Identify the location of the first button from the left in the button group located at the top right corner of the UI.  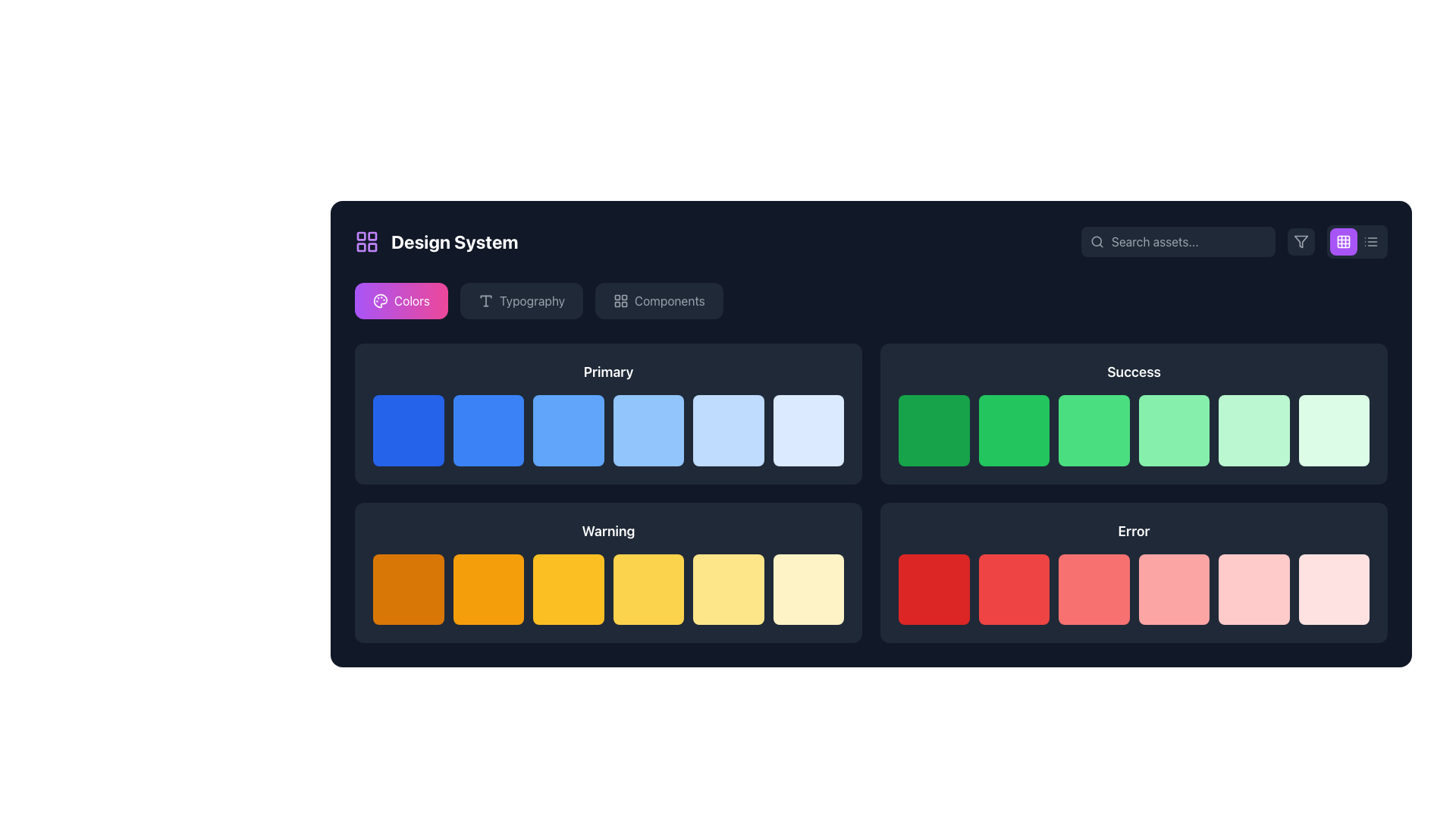
(1343, 241).